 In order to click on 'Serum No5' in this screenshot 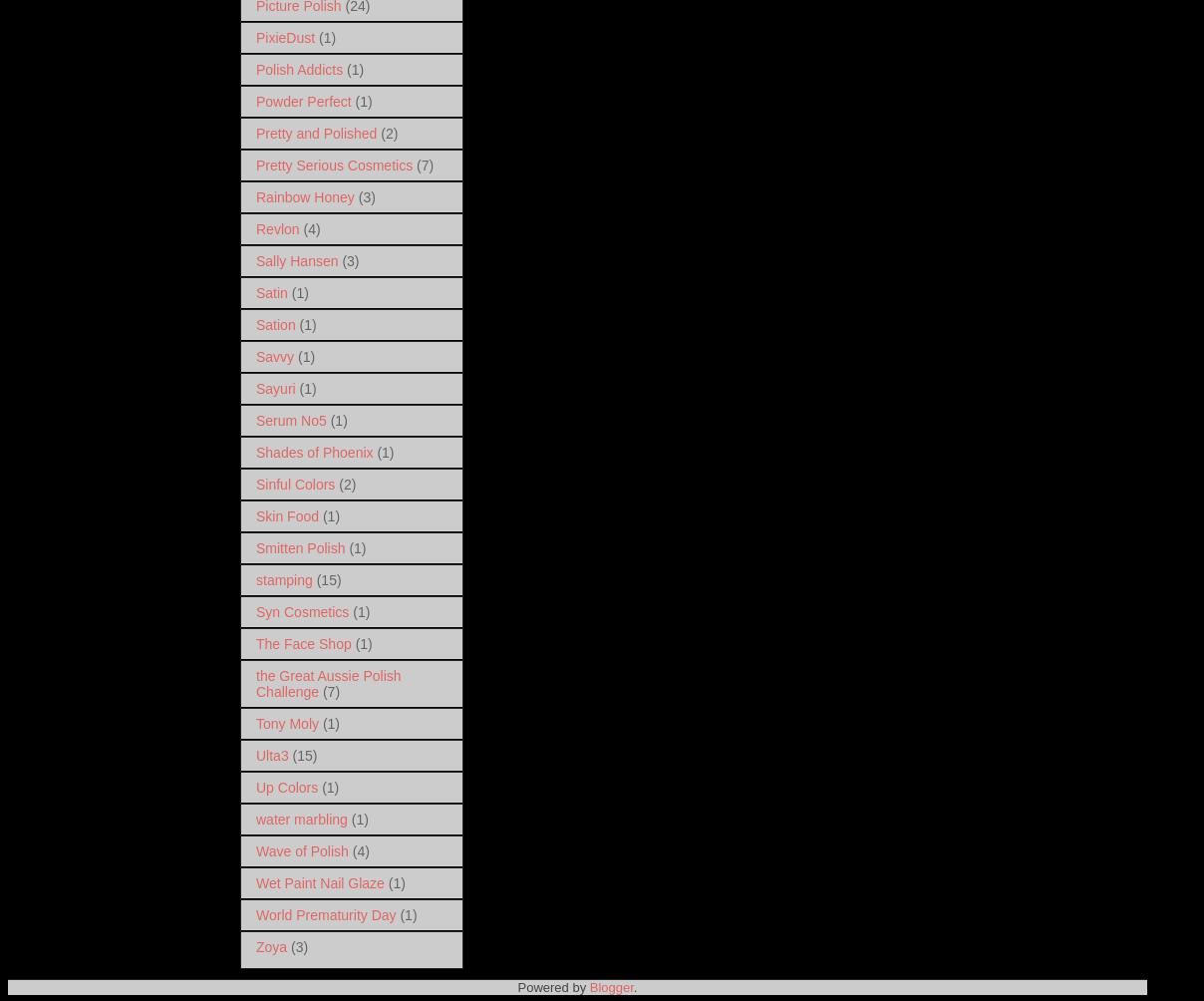, I will do `click(290, 418)`.